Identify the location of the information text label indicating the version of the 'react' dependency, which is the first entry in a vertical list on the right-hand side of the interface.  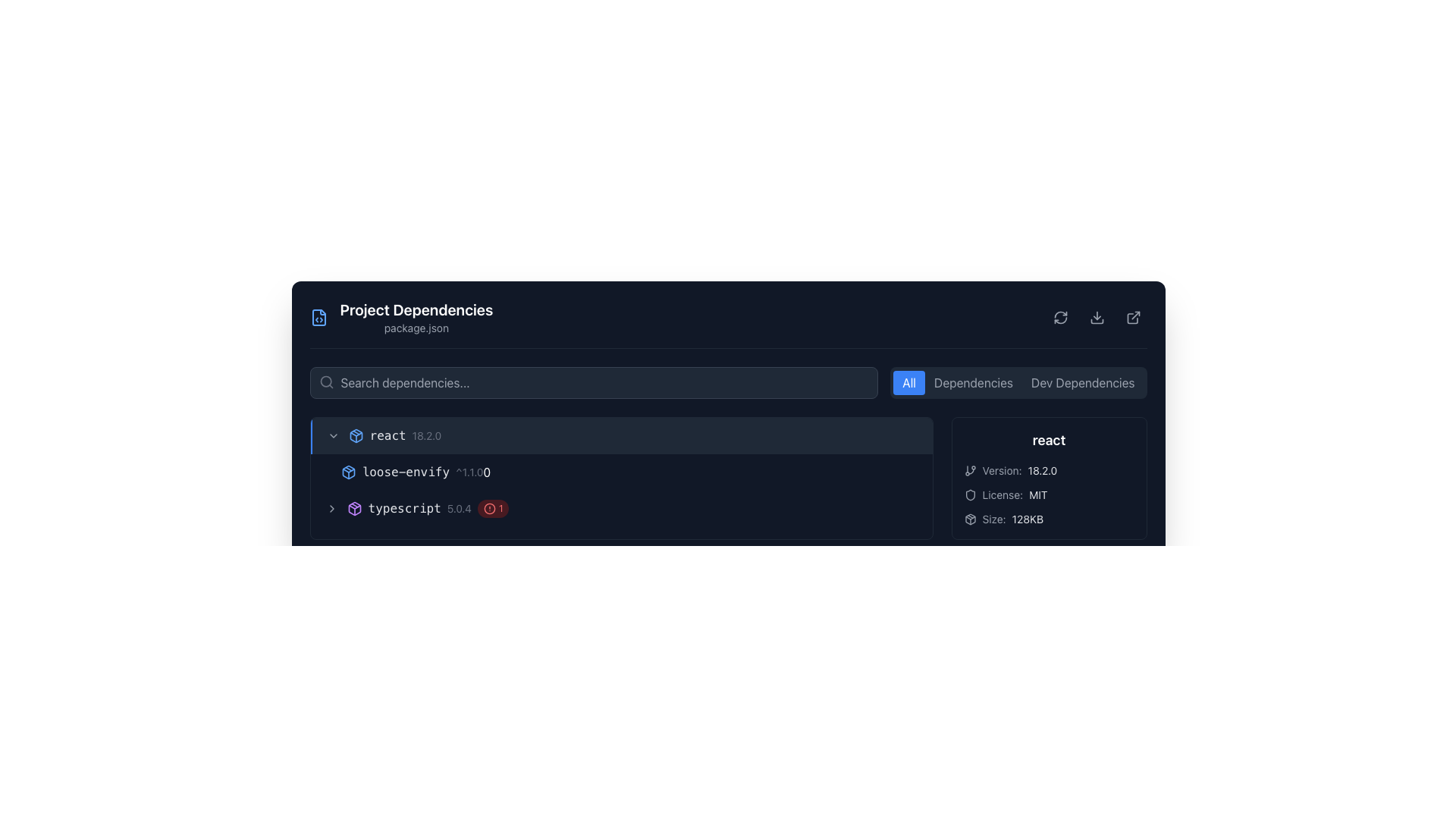
(1048, 470).